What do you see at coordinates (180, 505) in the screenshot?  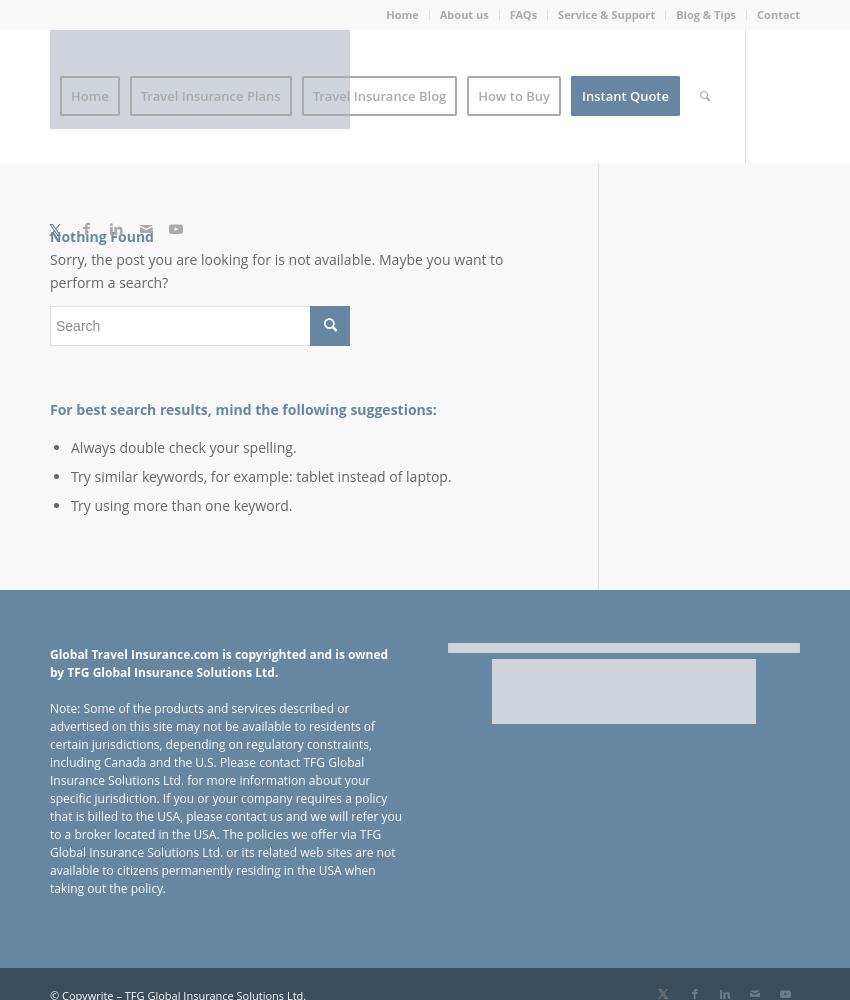 I see `'Try using more than one keyword.'` at bounding box center [180, 505].